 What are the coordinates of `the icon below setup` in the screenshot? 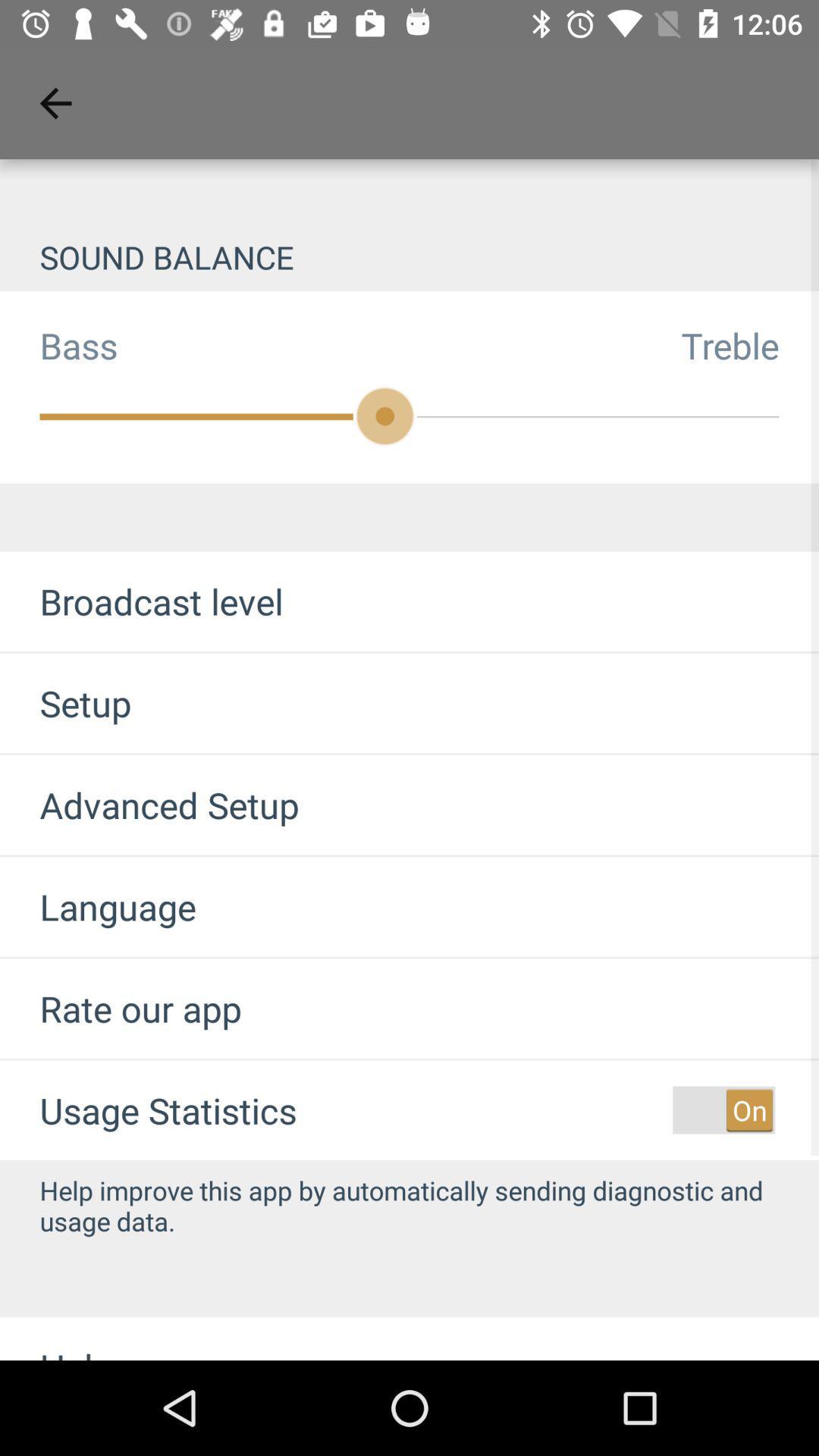 It's located at (149, 804).